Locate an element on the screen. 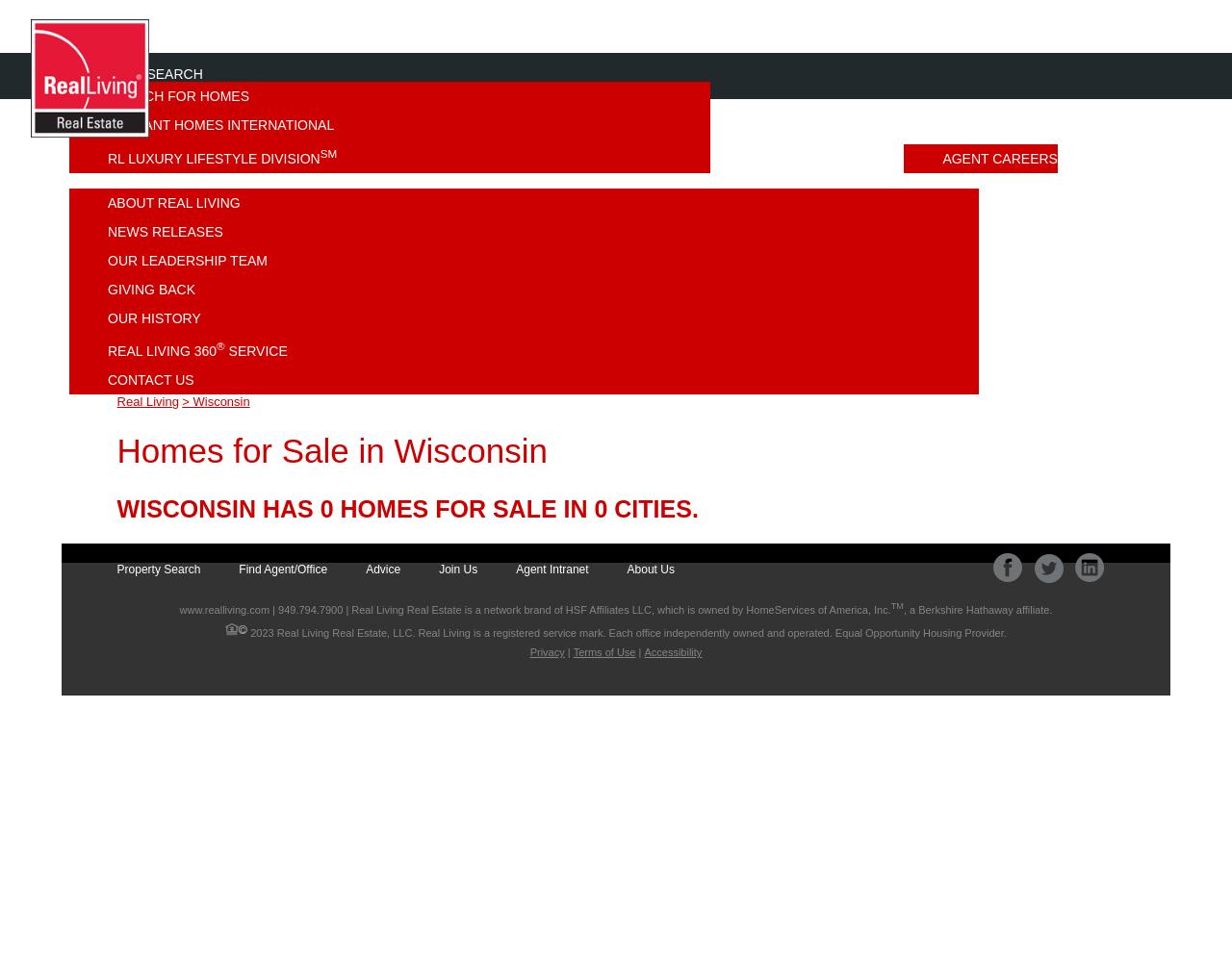 The height and width of the screenshot is (962, 1232). 'News Releases' is located at coordinates (165, 230).